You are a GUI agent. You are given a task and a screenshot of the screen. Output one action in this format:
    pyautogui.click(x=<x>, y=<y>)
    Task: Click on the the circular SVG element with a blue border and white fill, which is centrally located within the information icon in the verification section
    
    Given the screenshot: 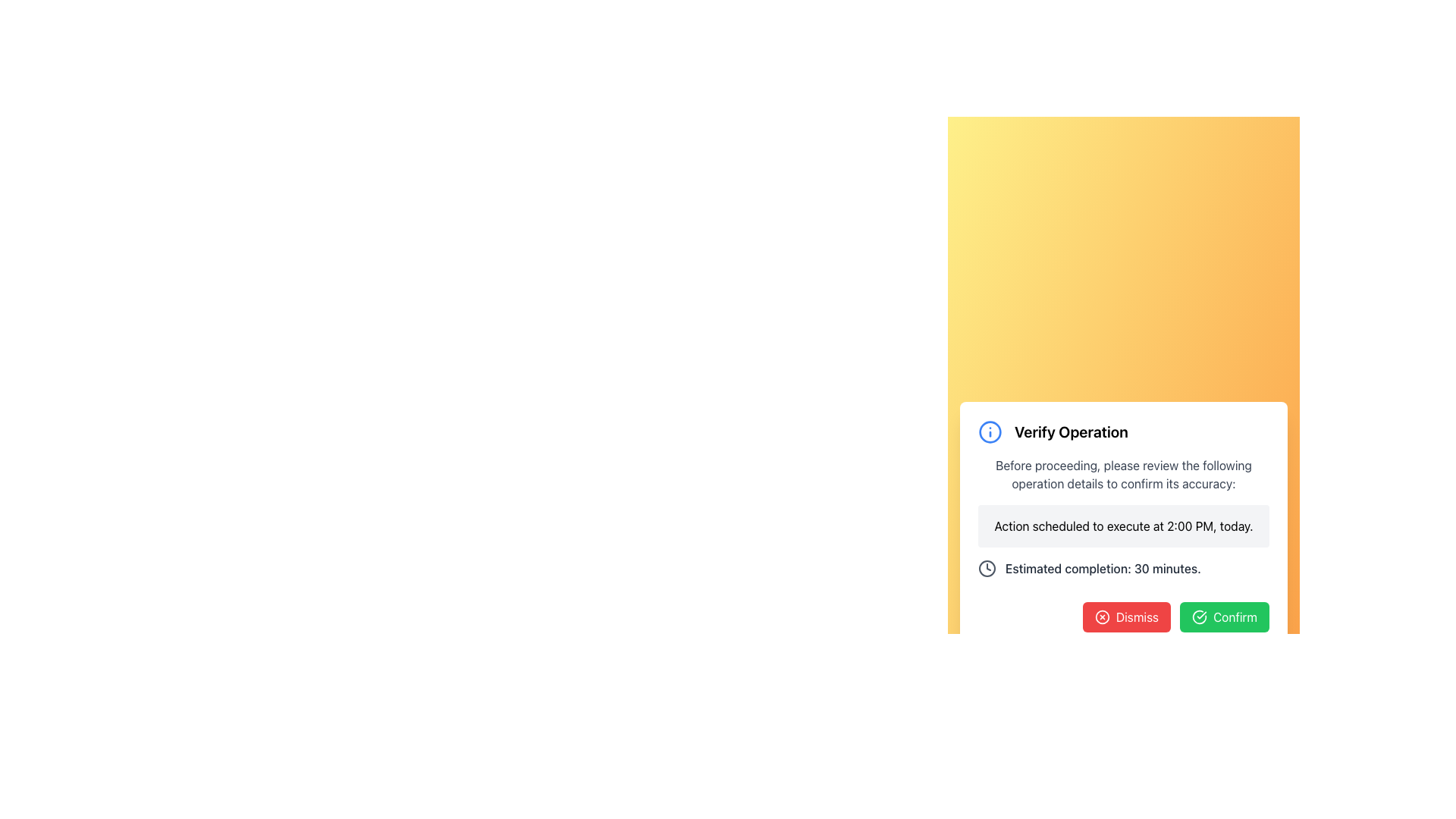 What is the action you would take?
    pyautogui.click(x=990, y=432)
    